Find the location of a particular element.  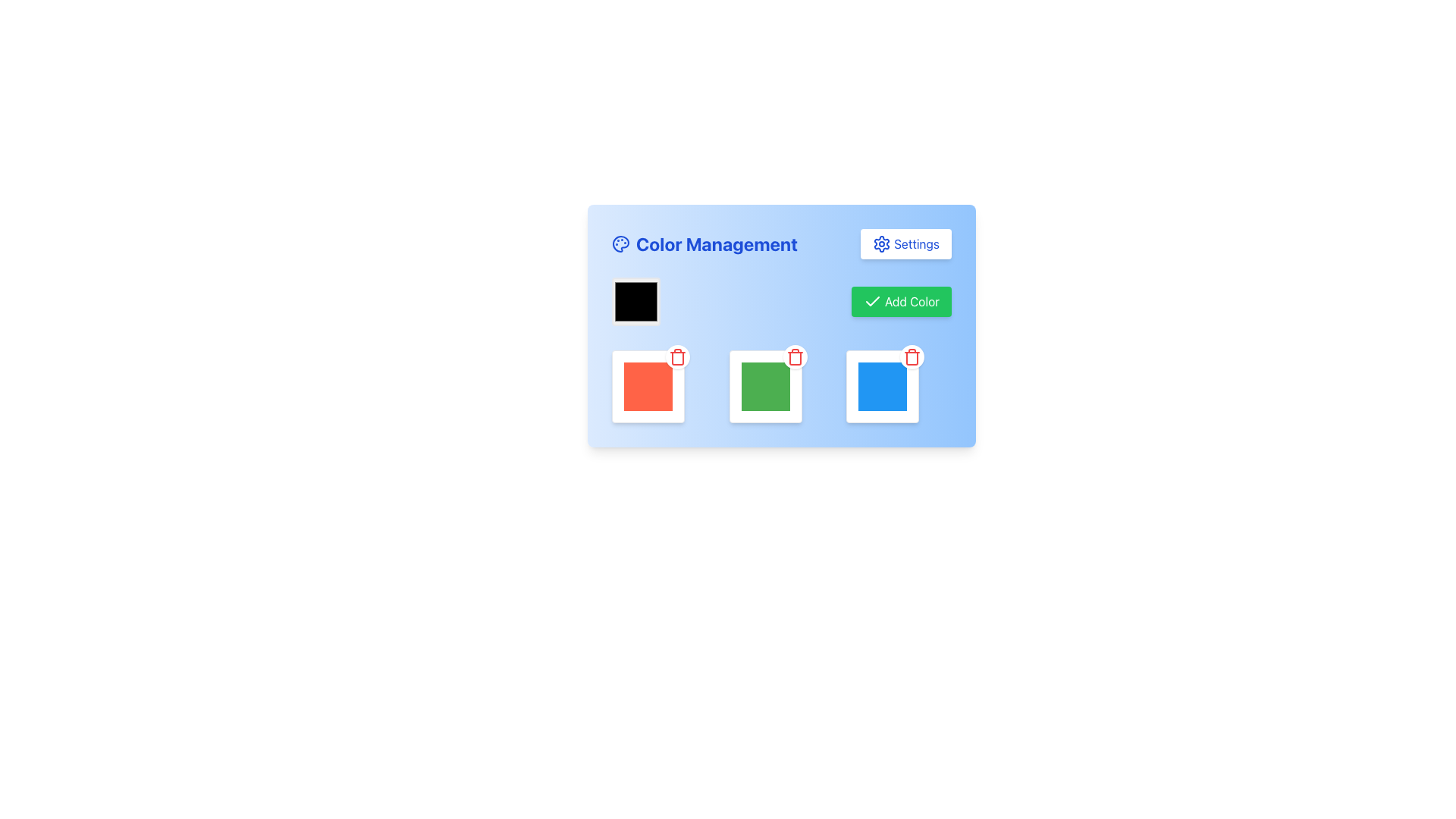

the blue artist's palette icon located to the left of the 'Color Management' title in the header of the blue panel is located at coordinates (621, 243).